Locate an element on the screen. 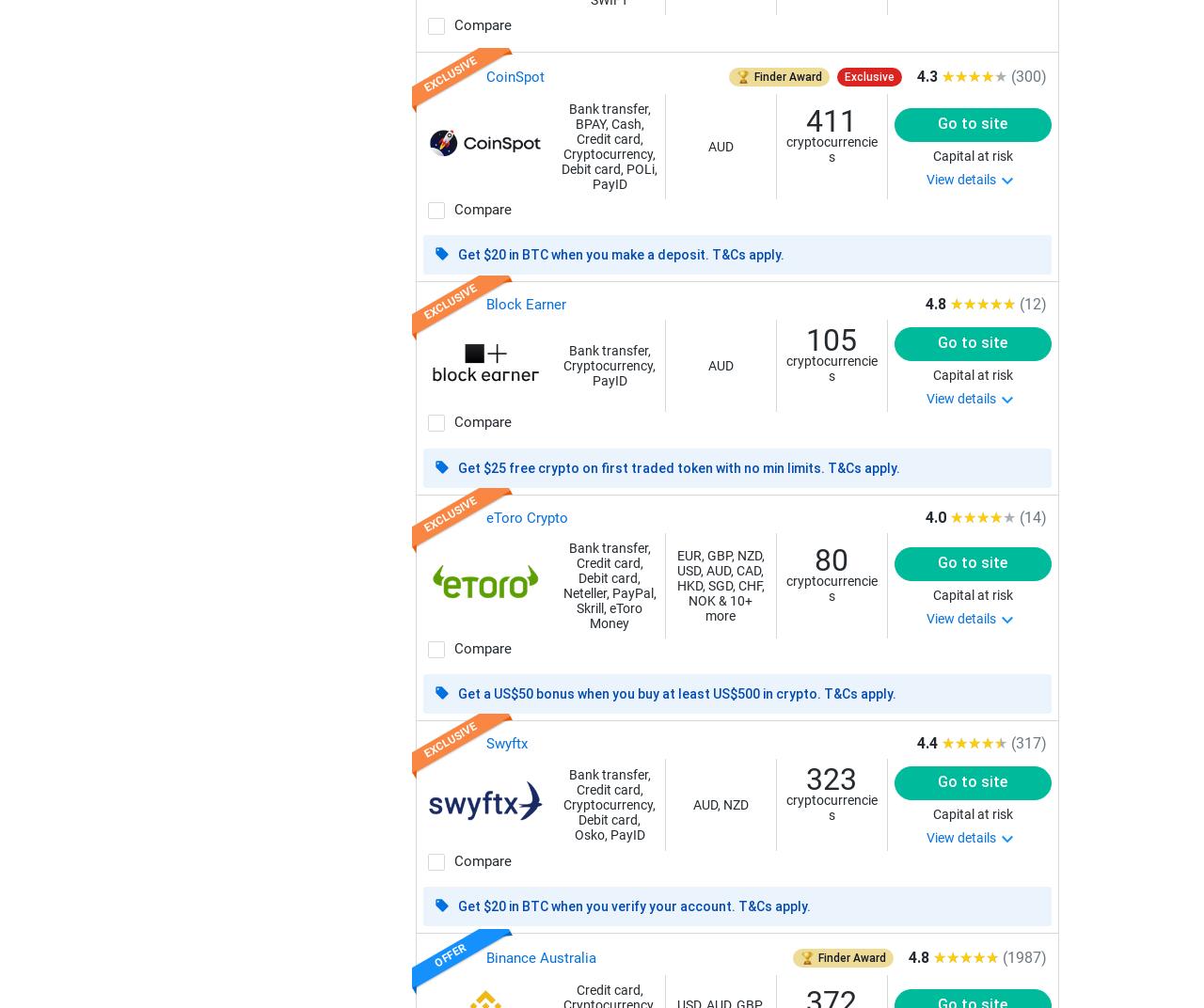 This screenshot has width=1204, height=1008. '323' is located at coordinates (830, 778).